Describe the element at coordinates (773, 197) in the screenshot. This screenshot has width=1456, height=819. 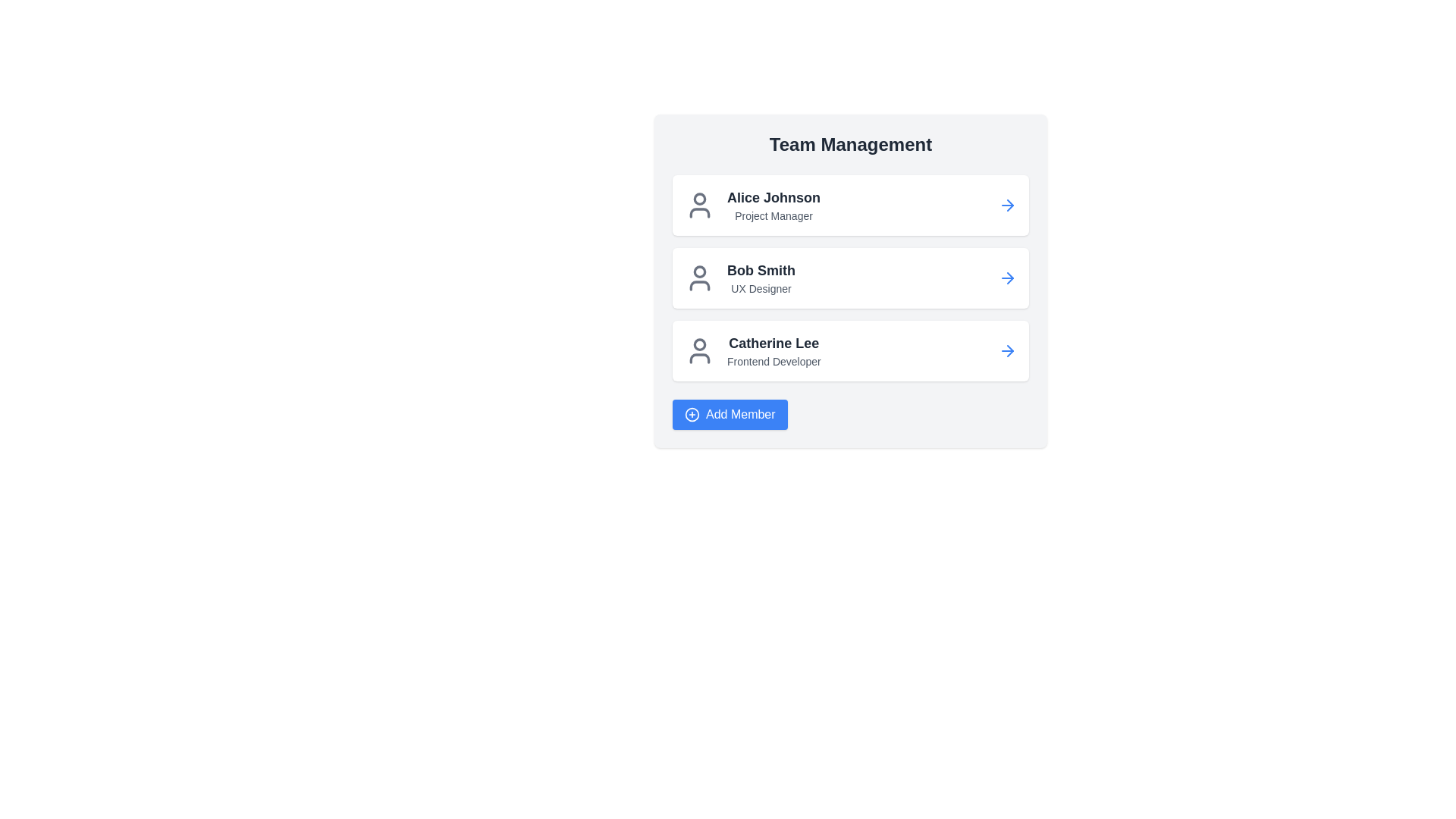
I see `the text label 'Alice Johnson' at the top-left corner of the first card in a vertical list for any associated event` at that location.